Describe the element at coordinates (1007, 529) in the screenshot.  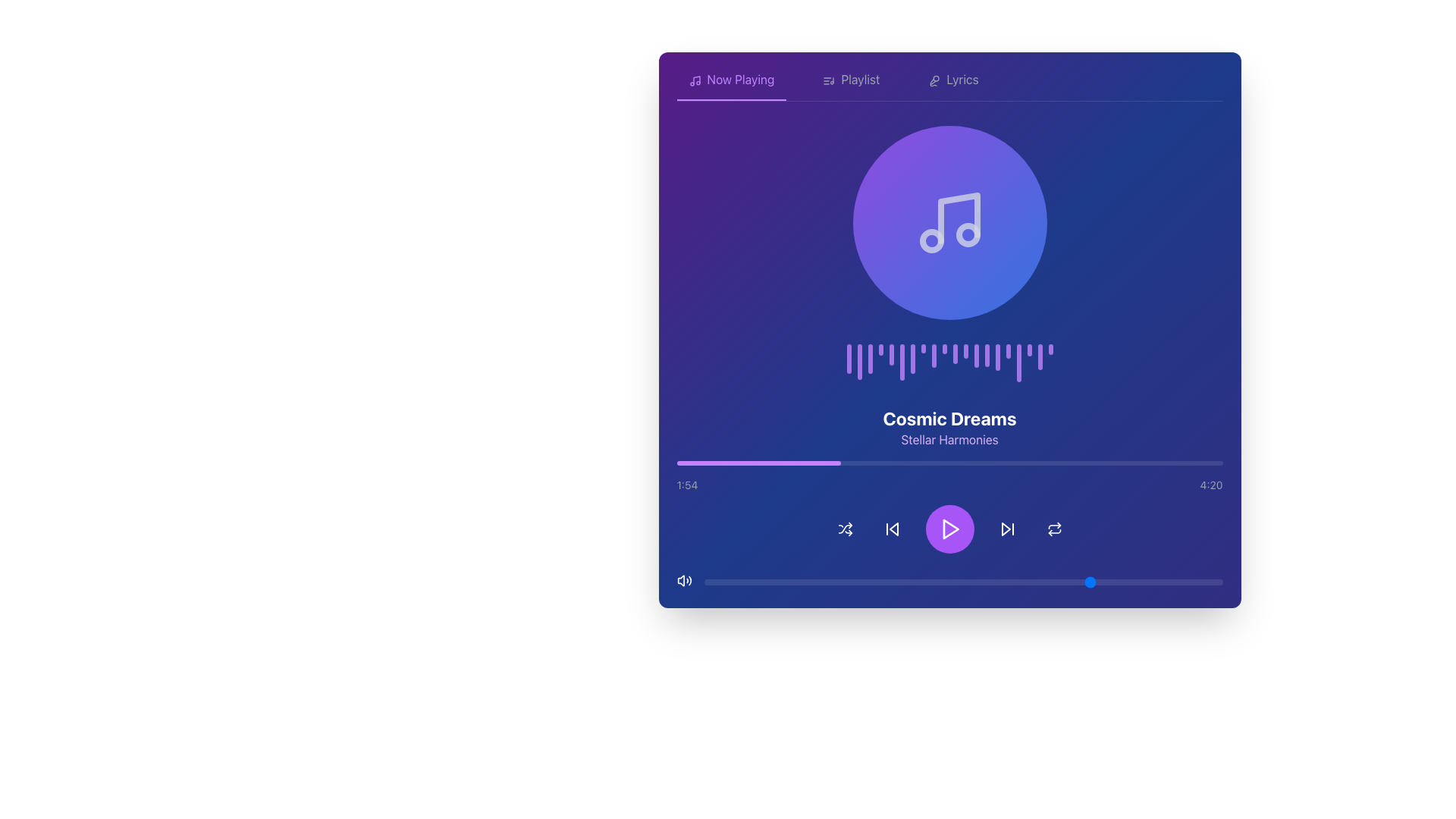
I see `the 'skip forward' button, which is located in the media controls section, to the right of the central play button and is the second icon from the left` at that location.